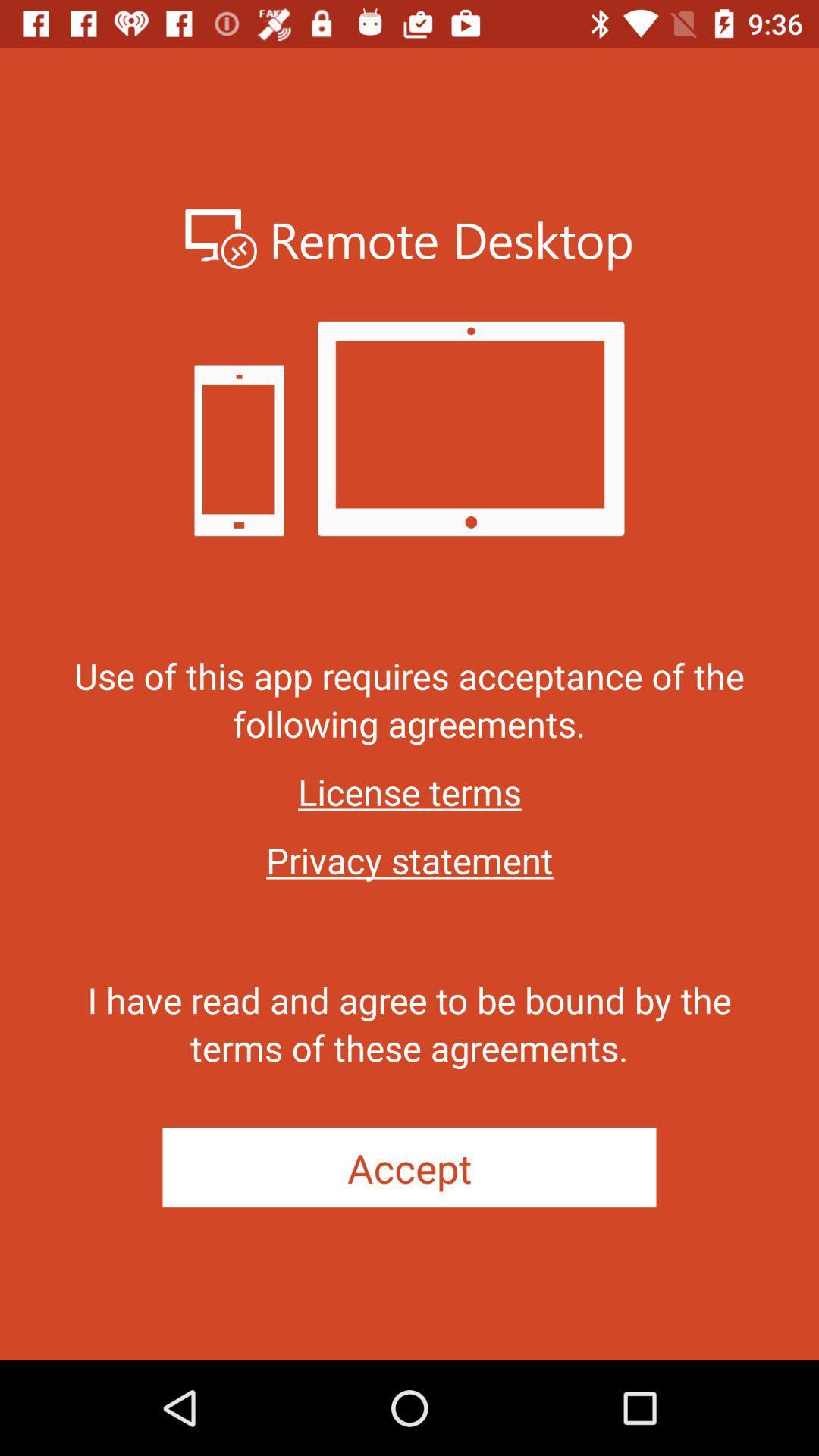  I want to click on the item below use of this icon, so click(409, 791).